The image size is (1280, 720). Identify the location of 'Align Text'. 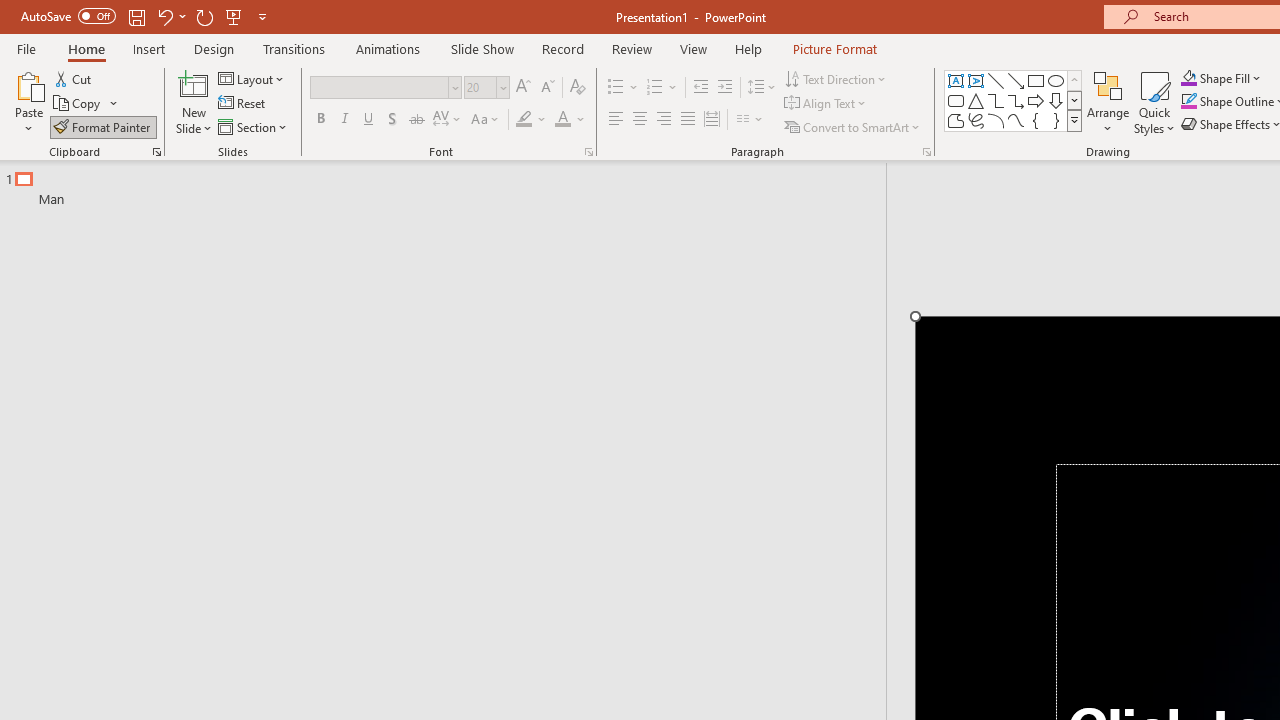
(826, 103).